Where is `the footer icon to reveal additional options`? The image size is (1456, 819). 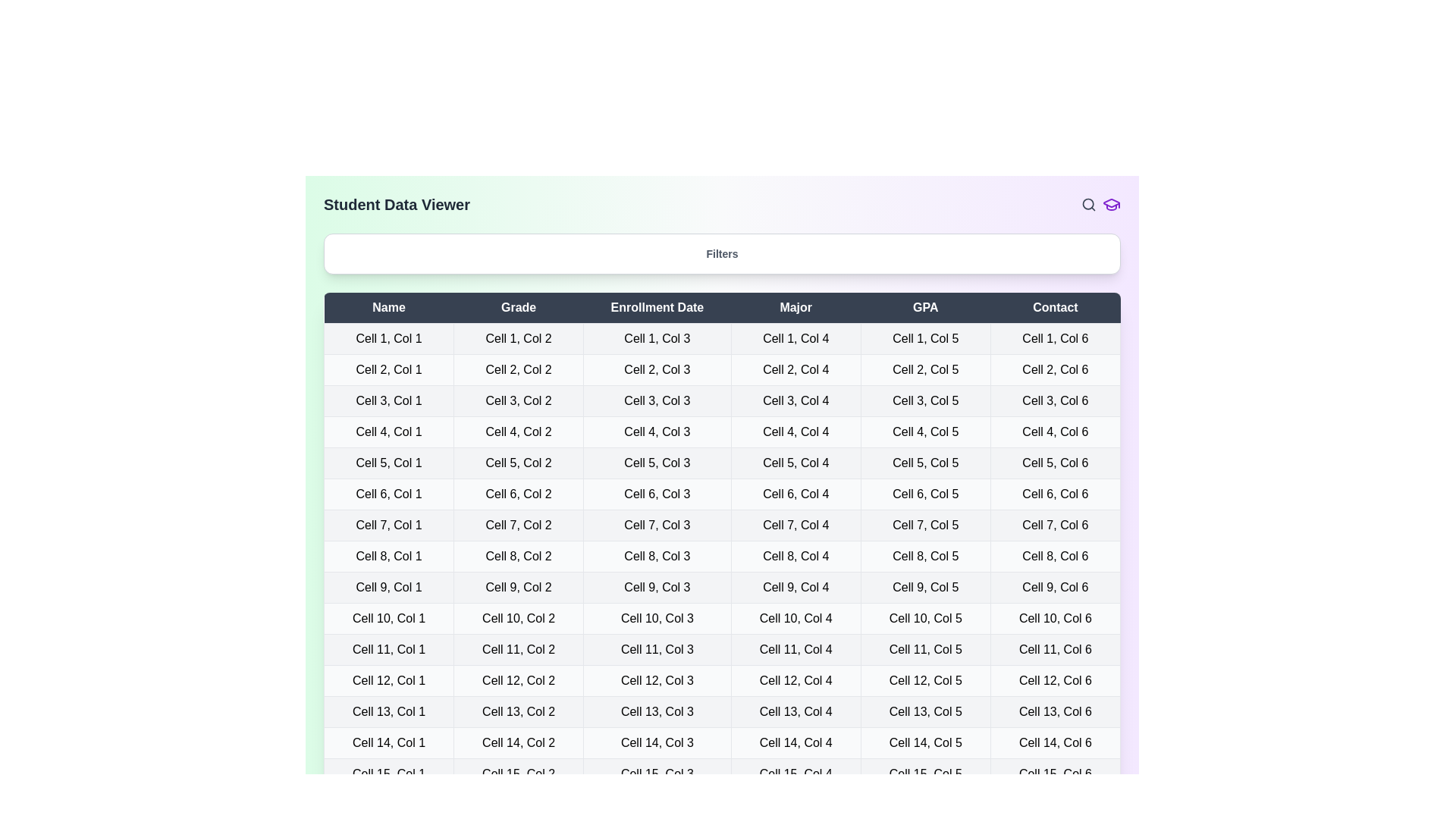 the footer icon to reveal additional options is located at coordinates (1111, 810).